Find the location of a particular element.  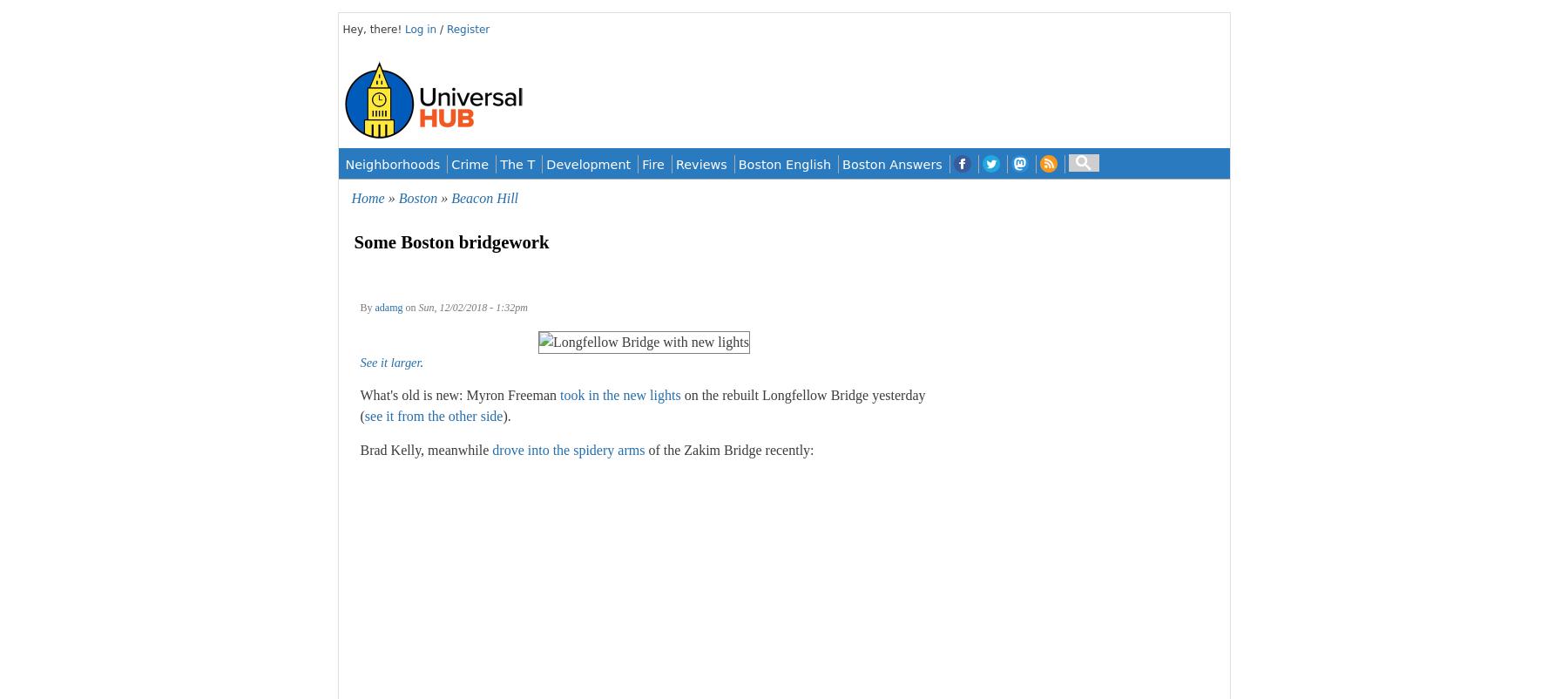

'on the rebuilt Longfellow Bridge yesterday (' is located at coordinates (641, 404).